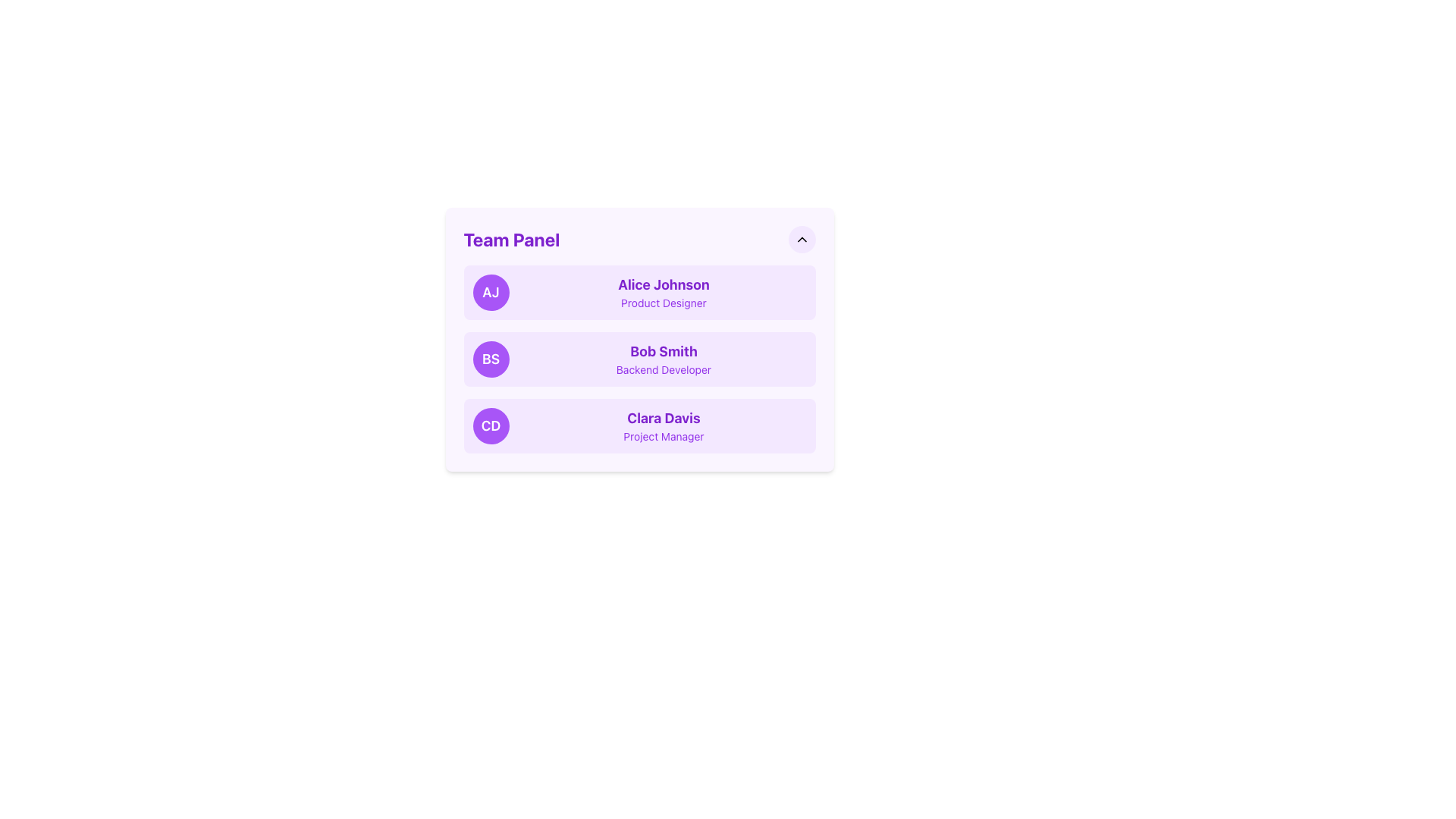 This screenshot has width=1456, height=819. What do you see at coordinates (664, 418) in the screenshot?
I see `the text label displaying the name of an individual in the 'Team Panel'` at bounding box center [664, 418].